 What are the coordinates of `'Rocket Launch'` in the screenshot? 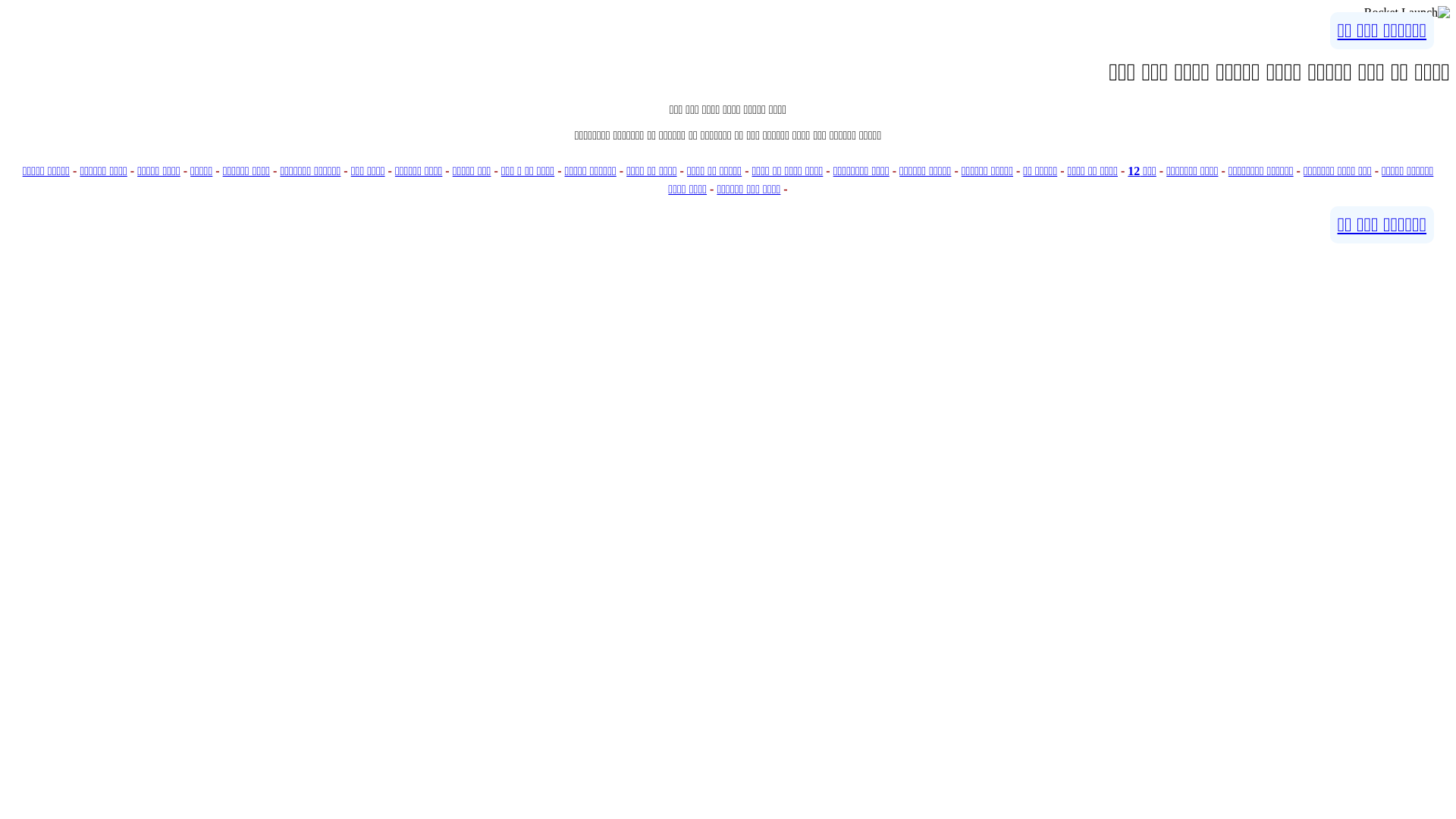 It's located at (1406, 12).